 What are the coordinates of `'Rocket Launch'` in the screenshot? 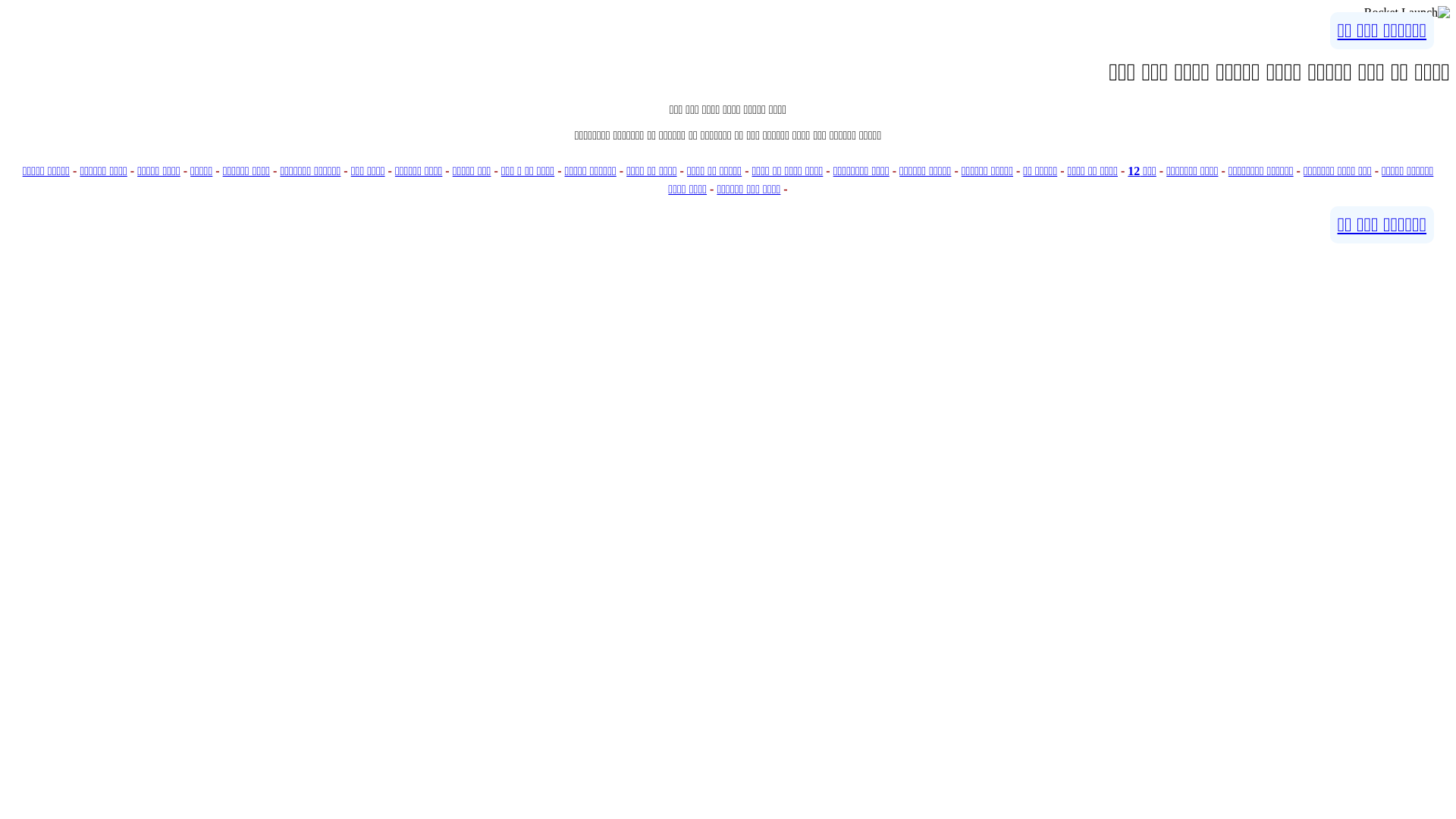 It's located at (1406, 12).